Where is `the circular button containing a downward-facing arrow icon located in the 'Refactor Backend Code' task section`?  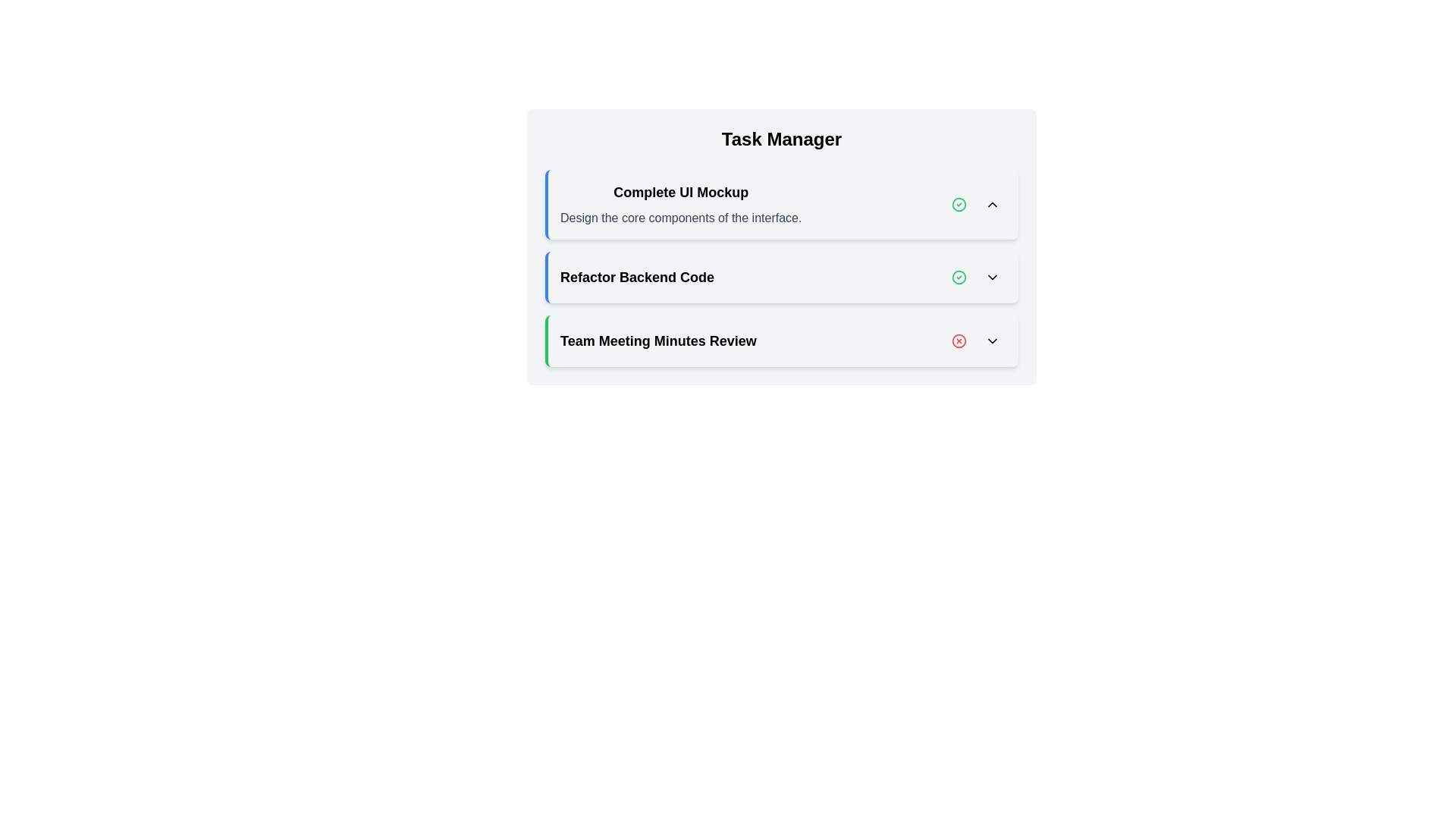
the circular button containing a downward-facing arrow icon located in the 'Refactor Backend Code' task section is located at coordinates (993, 278).